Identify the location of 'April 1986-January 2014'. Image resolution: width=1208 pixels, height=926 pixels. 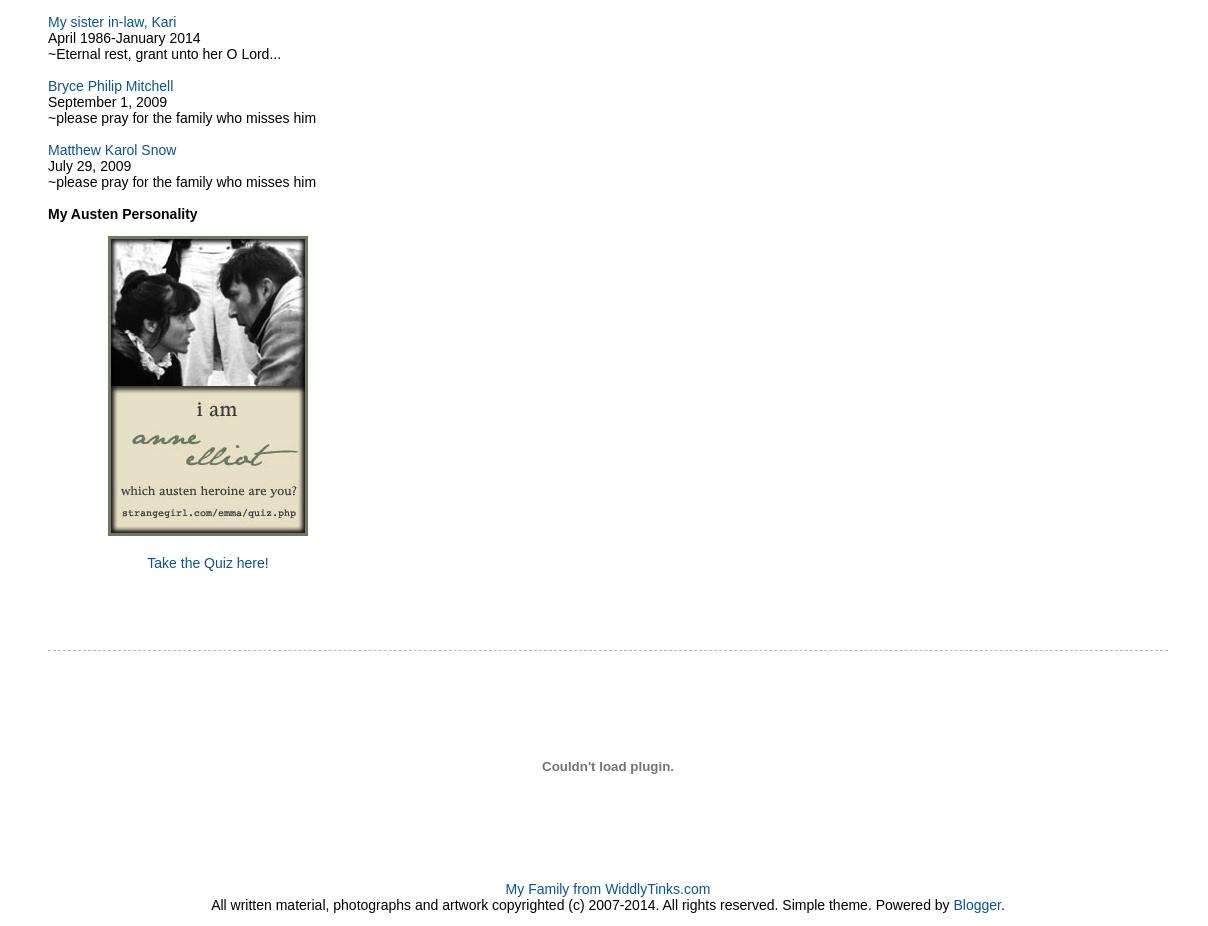
(46, 36).